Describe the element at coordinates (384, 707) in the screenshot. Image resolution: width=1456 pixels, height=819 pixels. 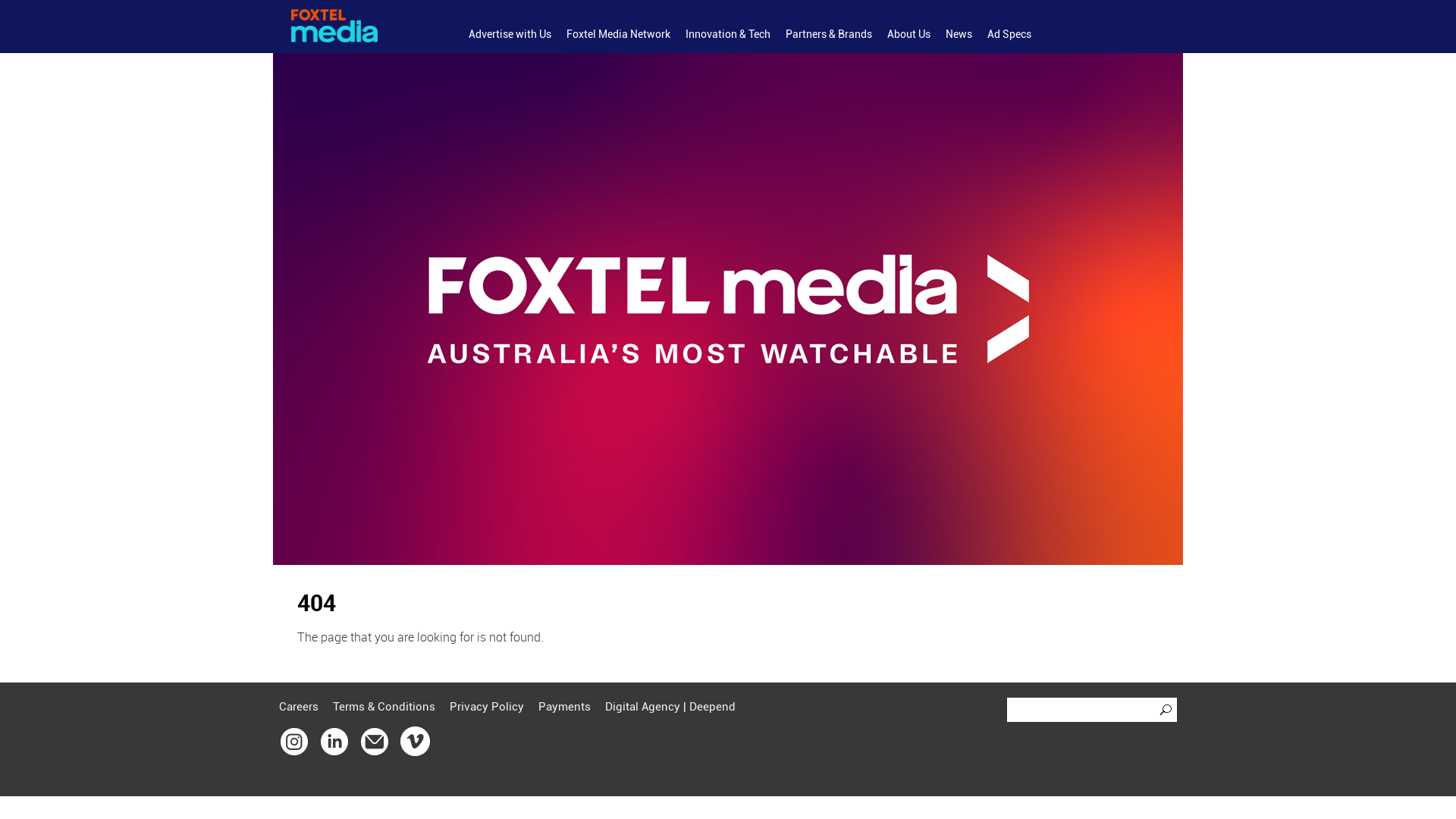
I see `'Terms & Conditions'` at that location.